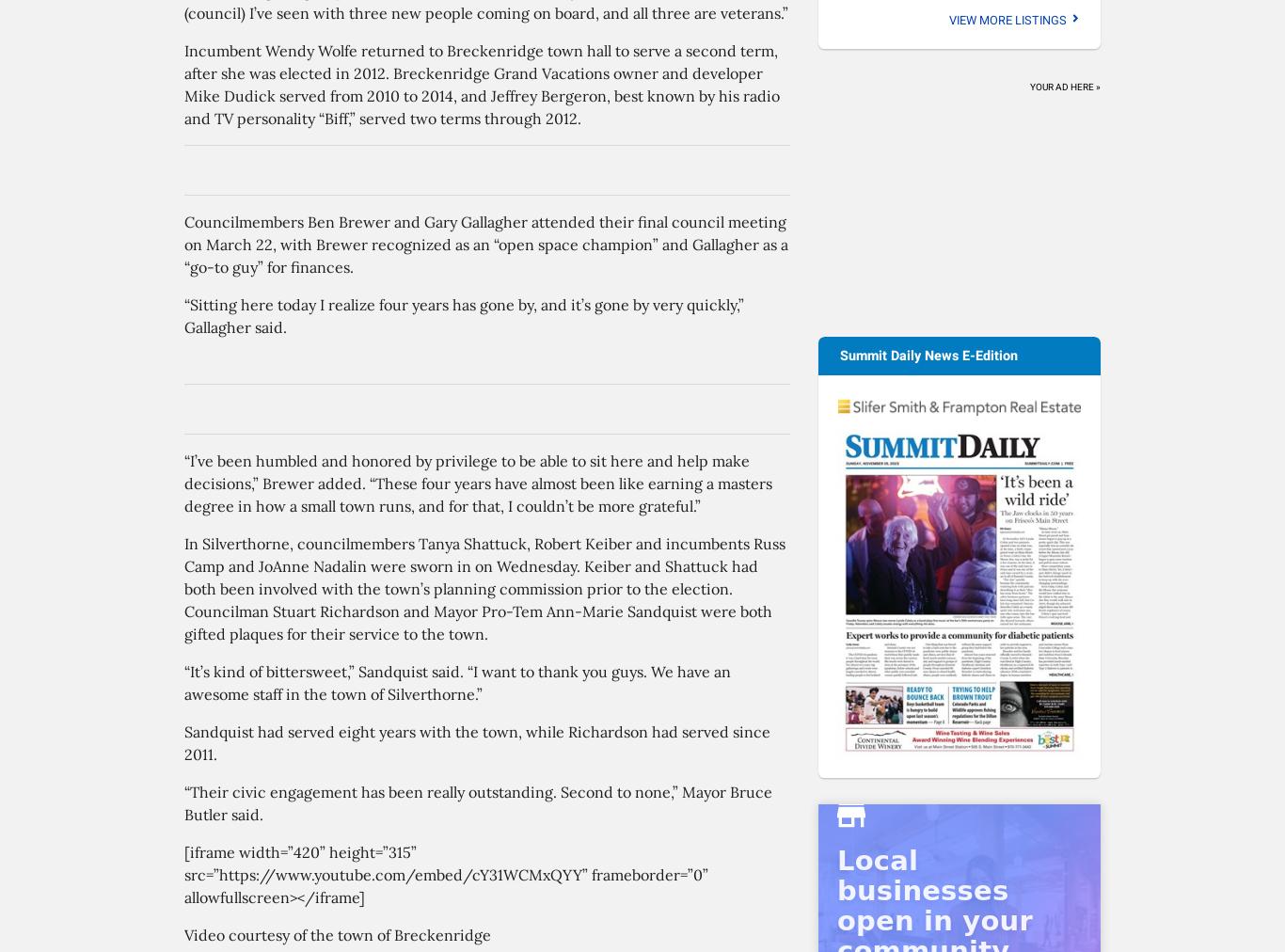 The width and height of the screenshot is (1285, 952). Describe the element at coordinates (336, 934) in the screenshot. I see `'Video courtesy of the town of Breckenridge'` at that location.